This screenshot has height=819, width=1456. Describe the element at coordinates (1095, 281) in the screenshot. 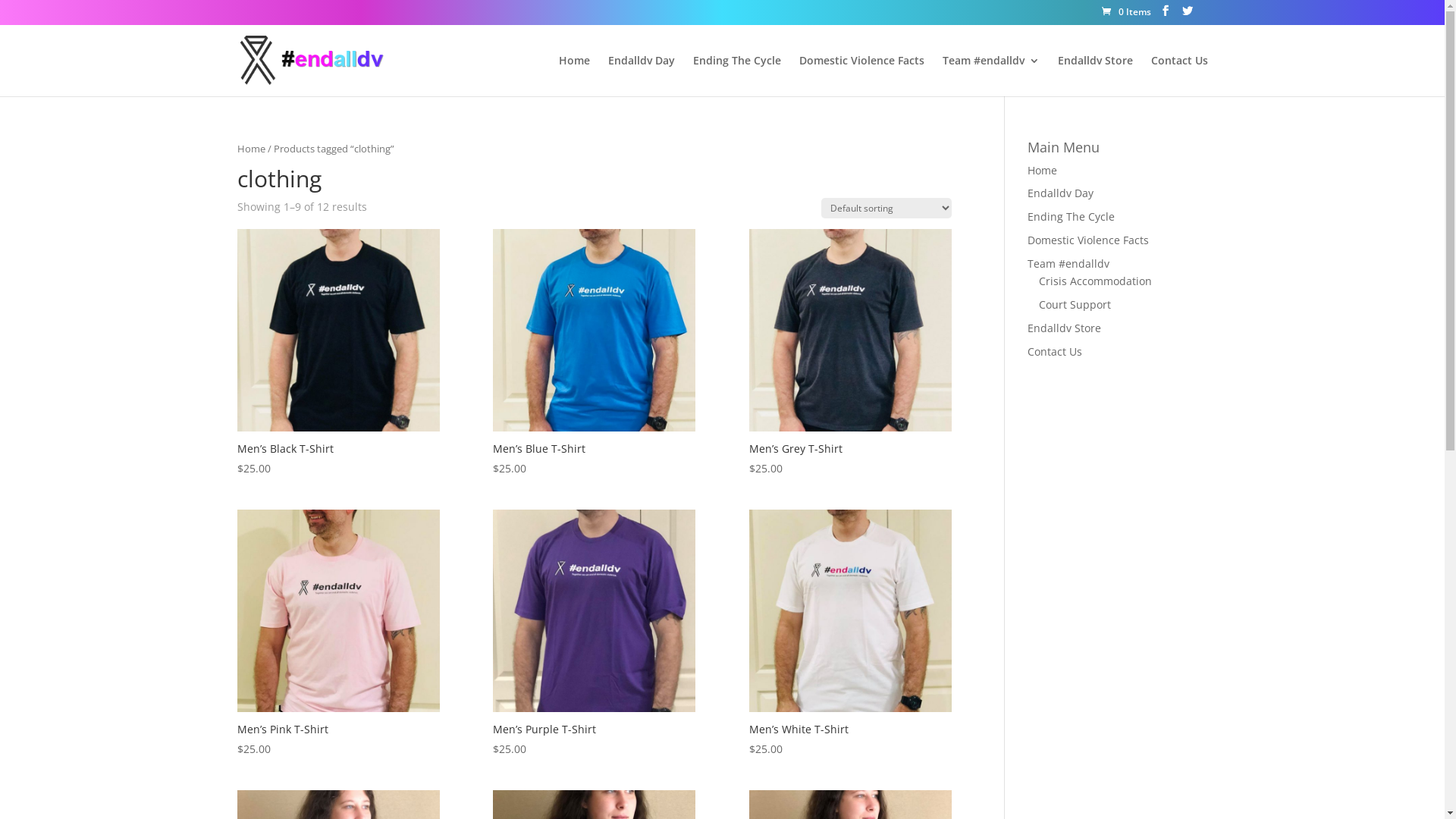

I see `'Crisis Accommodation'` at that location.